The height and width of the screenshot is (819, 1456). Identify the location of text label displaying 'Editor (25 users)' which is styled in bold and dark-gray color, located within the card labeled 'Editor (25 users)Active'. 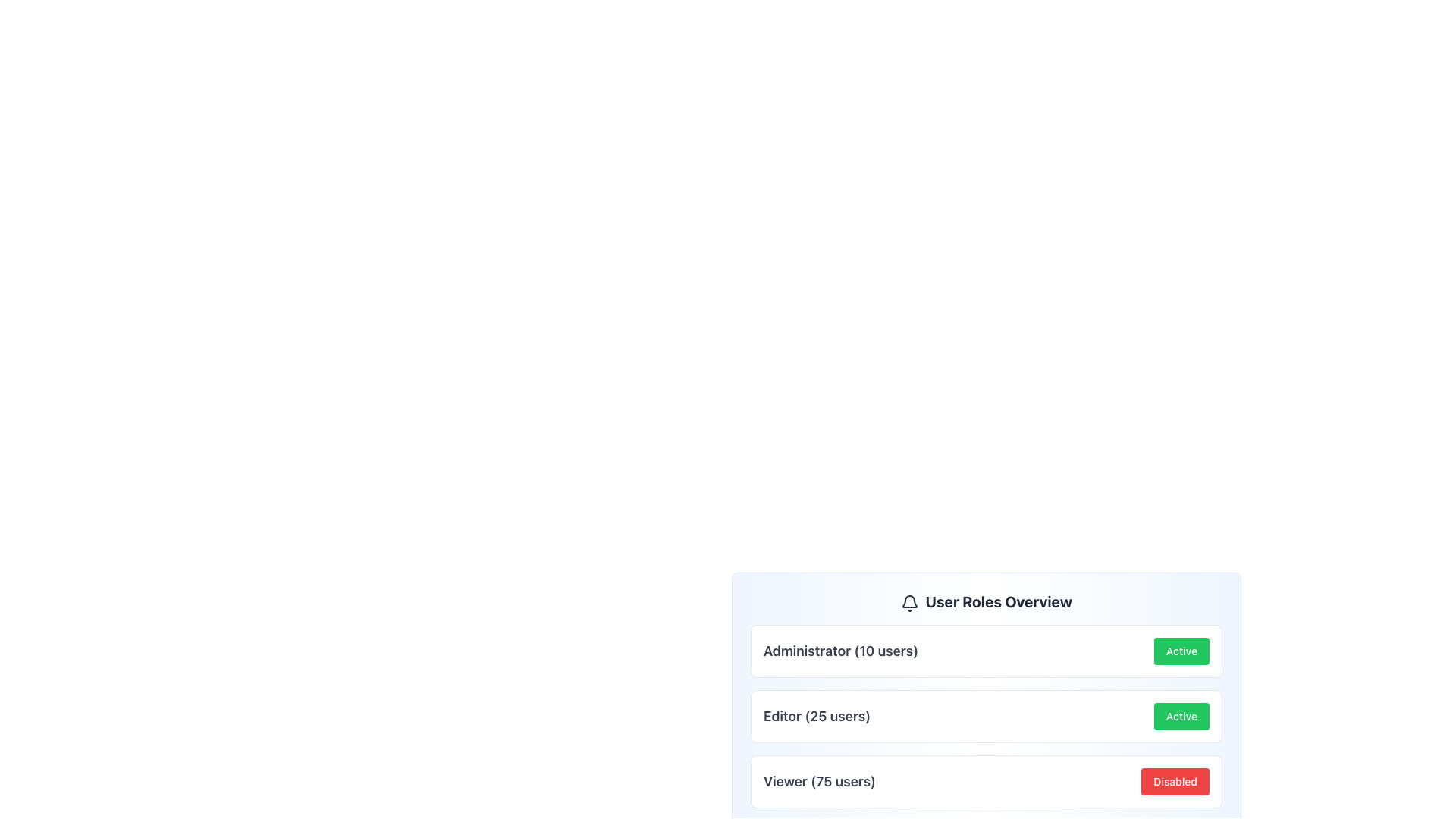
(816, 717).